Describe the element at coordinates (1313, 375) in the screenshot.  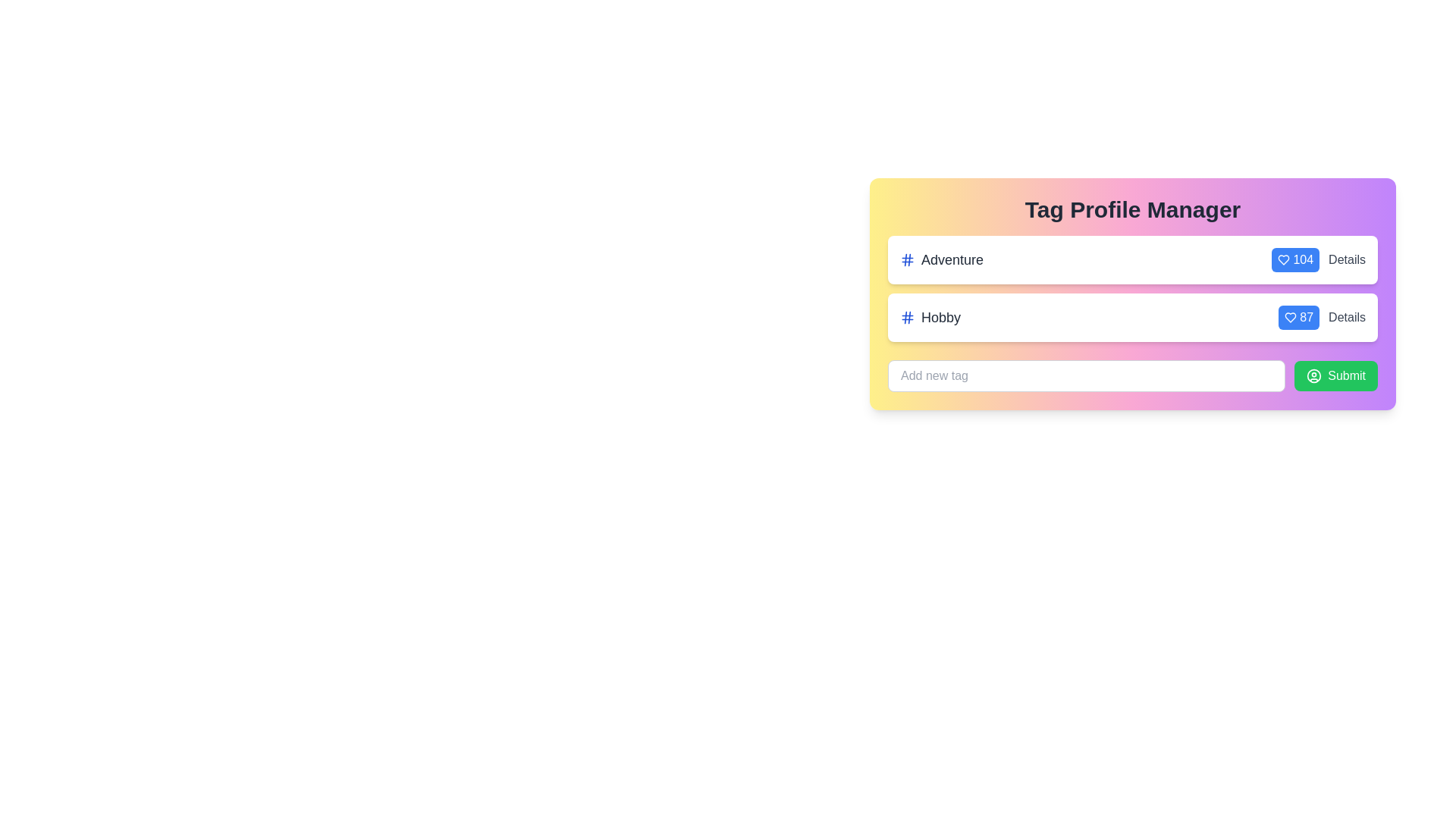
I see `the circular outline element that is part of a user profile SVG icon located at the bottom-right corner of the interface, adjacent to a green 'Submit' button` at that location.